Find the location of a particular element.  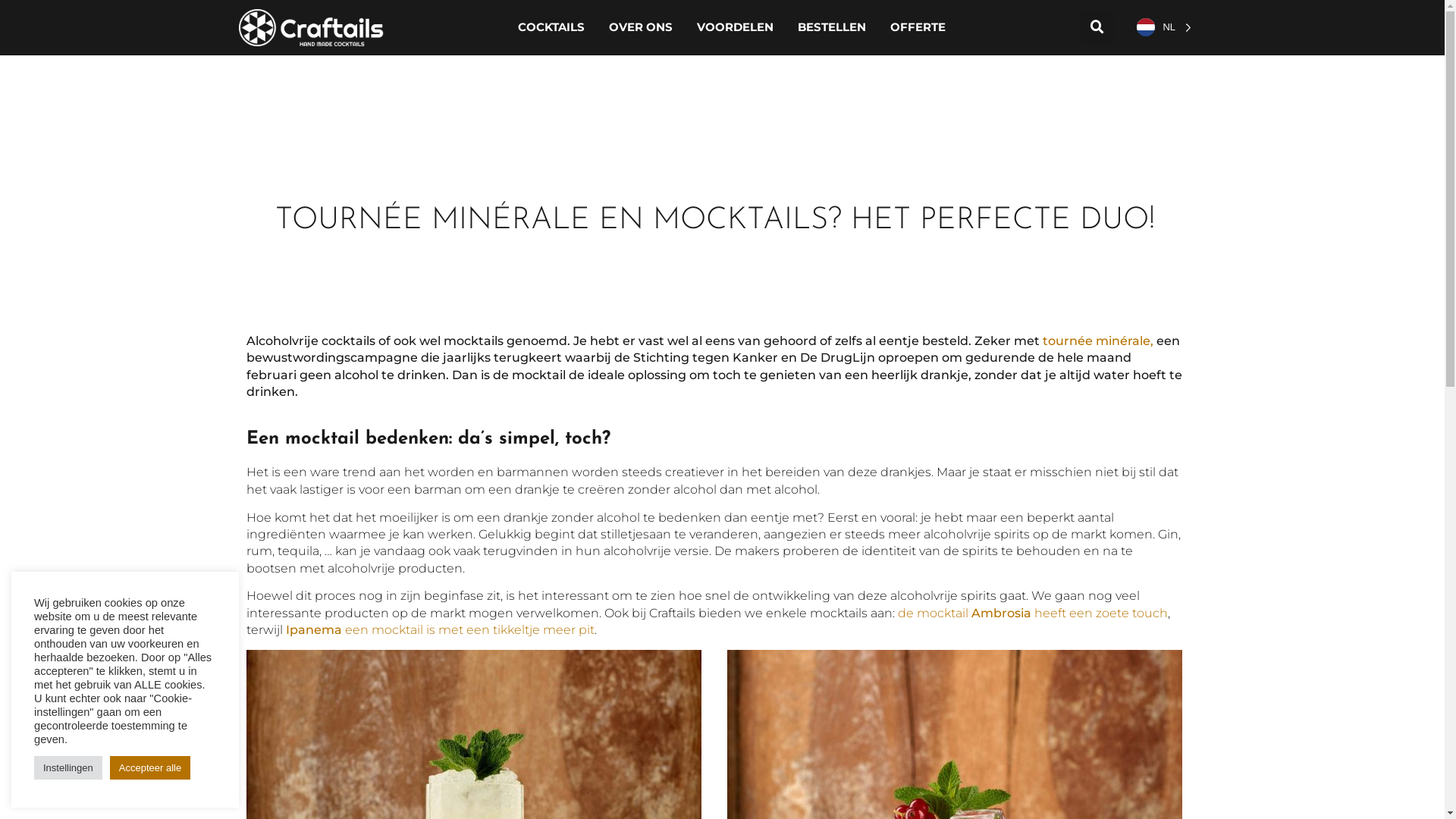

'COCKTAILS' is located at coordinates (550, 27).